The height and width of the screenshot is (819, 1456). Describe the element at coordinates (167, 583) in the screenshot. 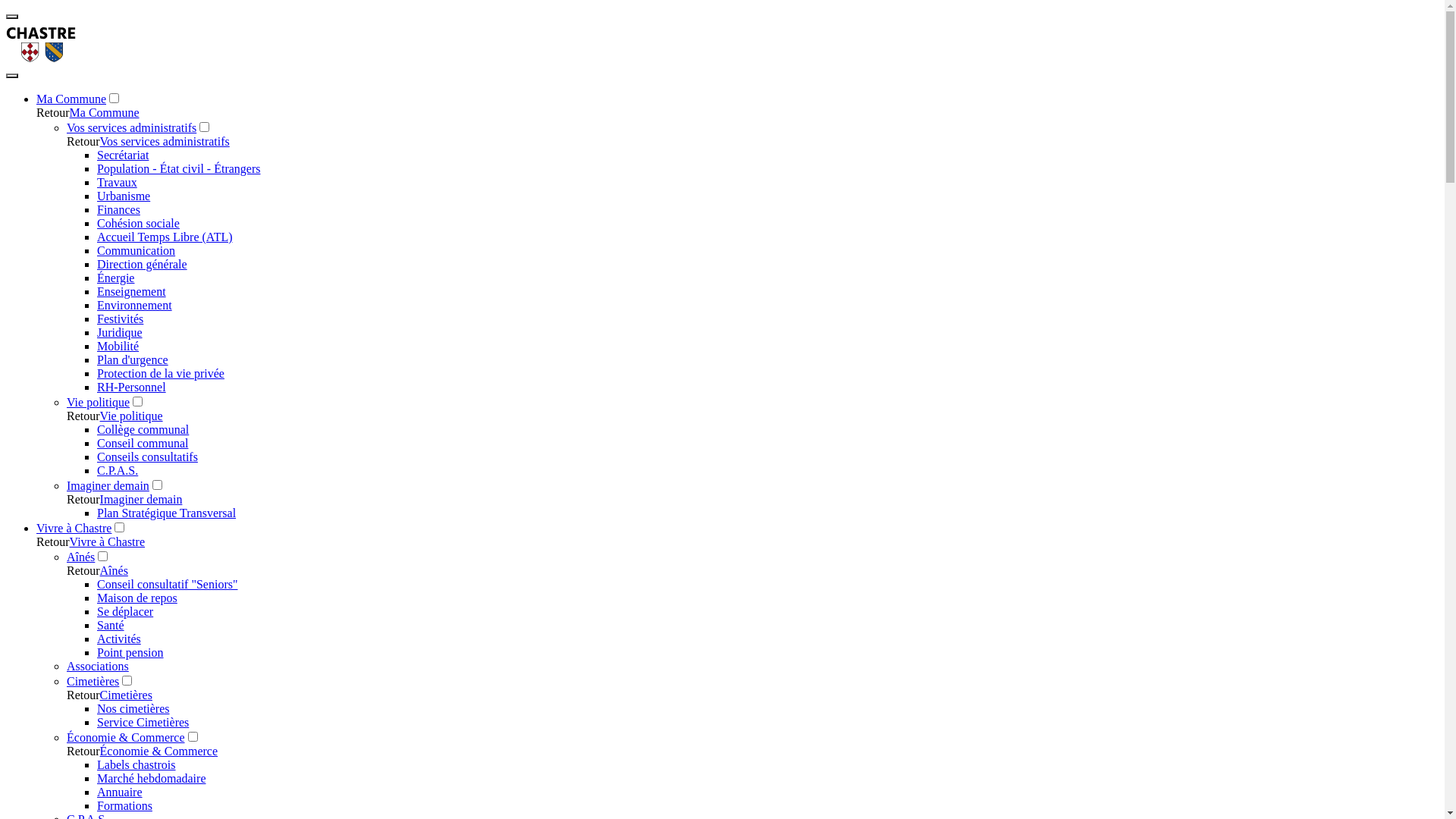

I see `'Conseil consultatif "Seniors"'` at that location.